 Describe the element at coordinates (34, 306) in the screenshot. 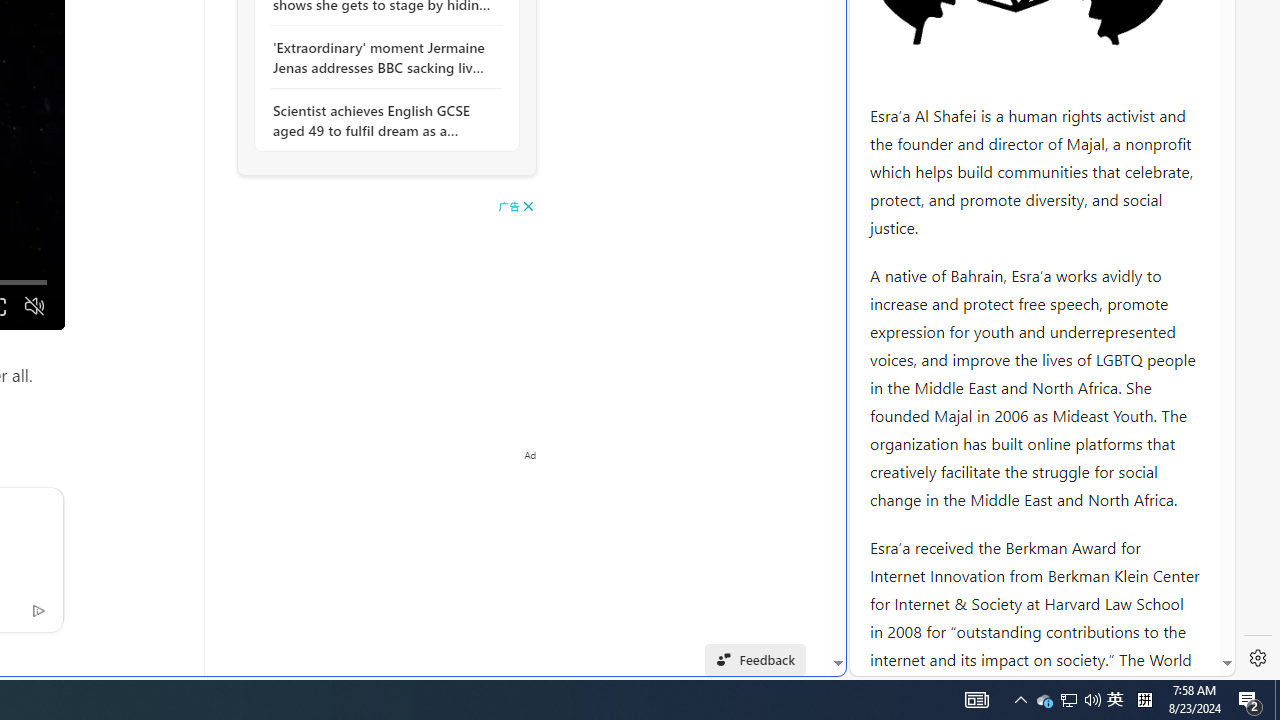

I see `'Unmute'` at that location.